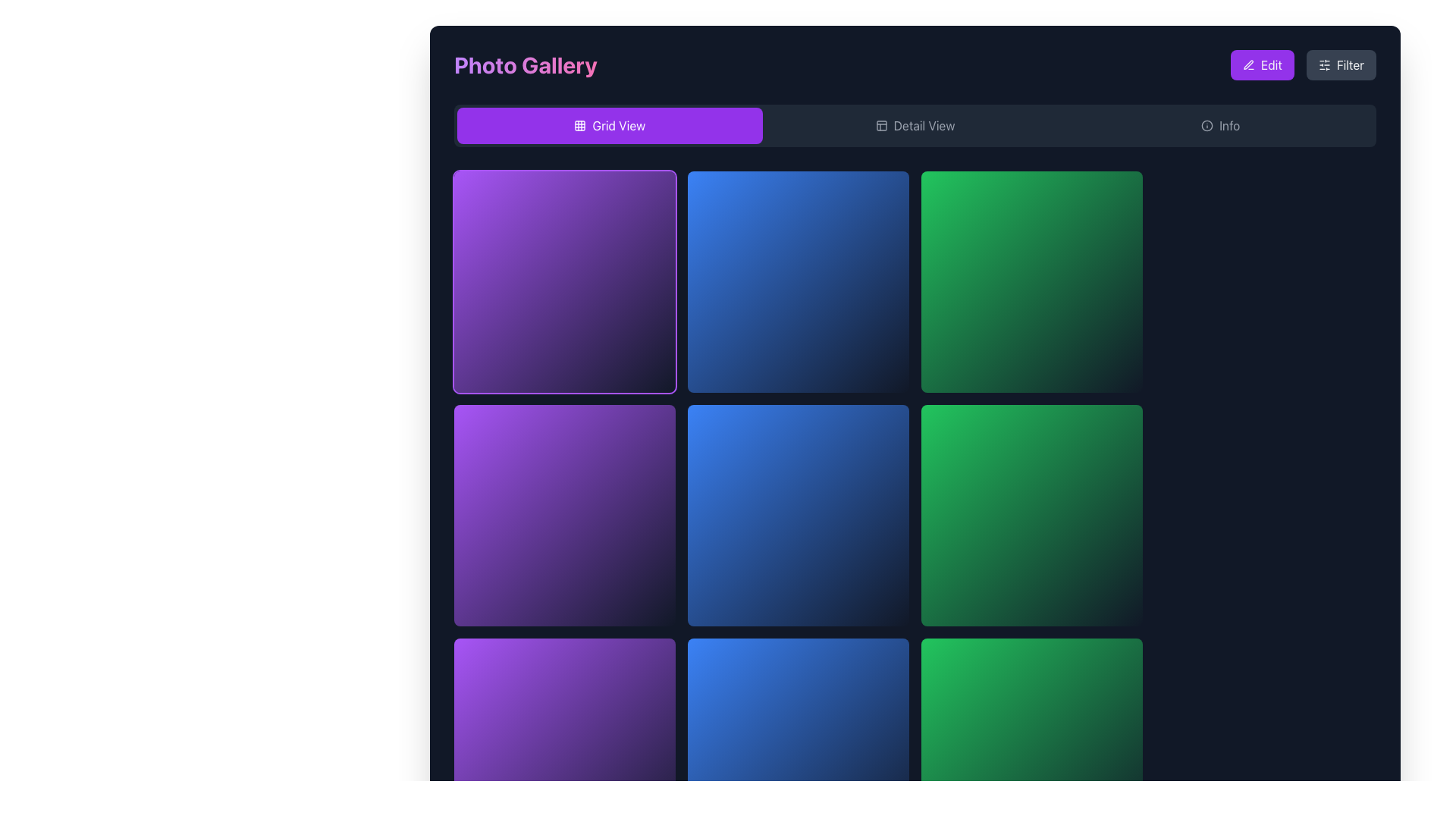  I want to click on the 'Detail View' button in the navigation bar below the 'Photo Gallery' header to switch to the detailed information display of the photo gallery, so click(914, 124).